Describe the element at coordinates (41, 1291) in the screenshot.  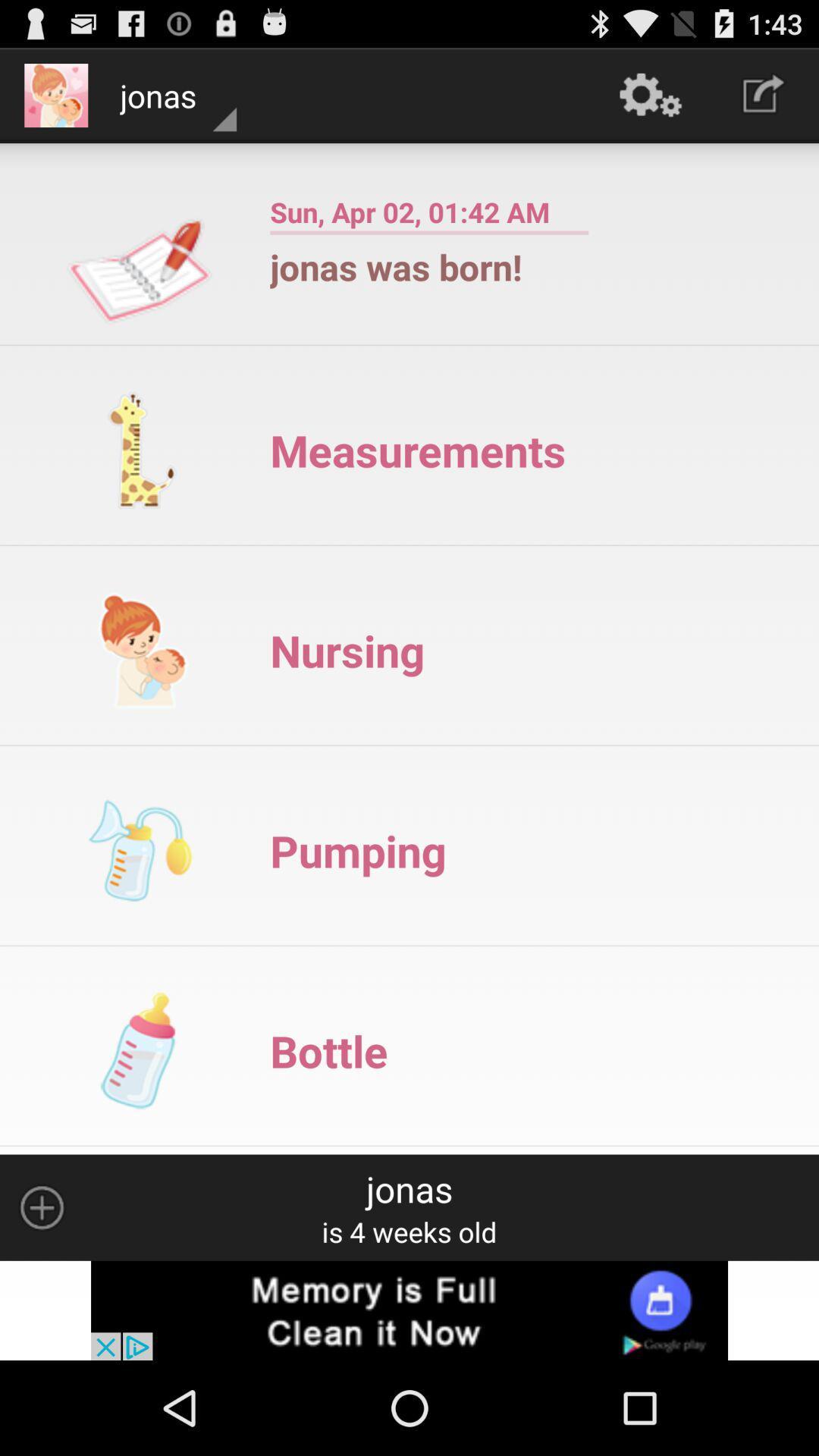
I see `the add icon` at that location.